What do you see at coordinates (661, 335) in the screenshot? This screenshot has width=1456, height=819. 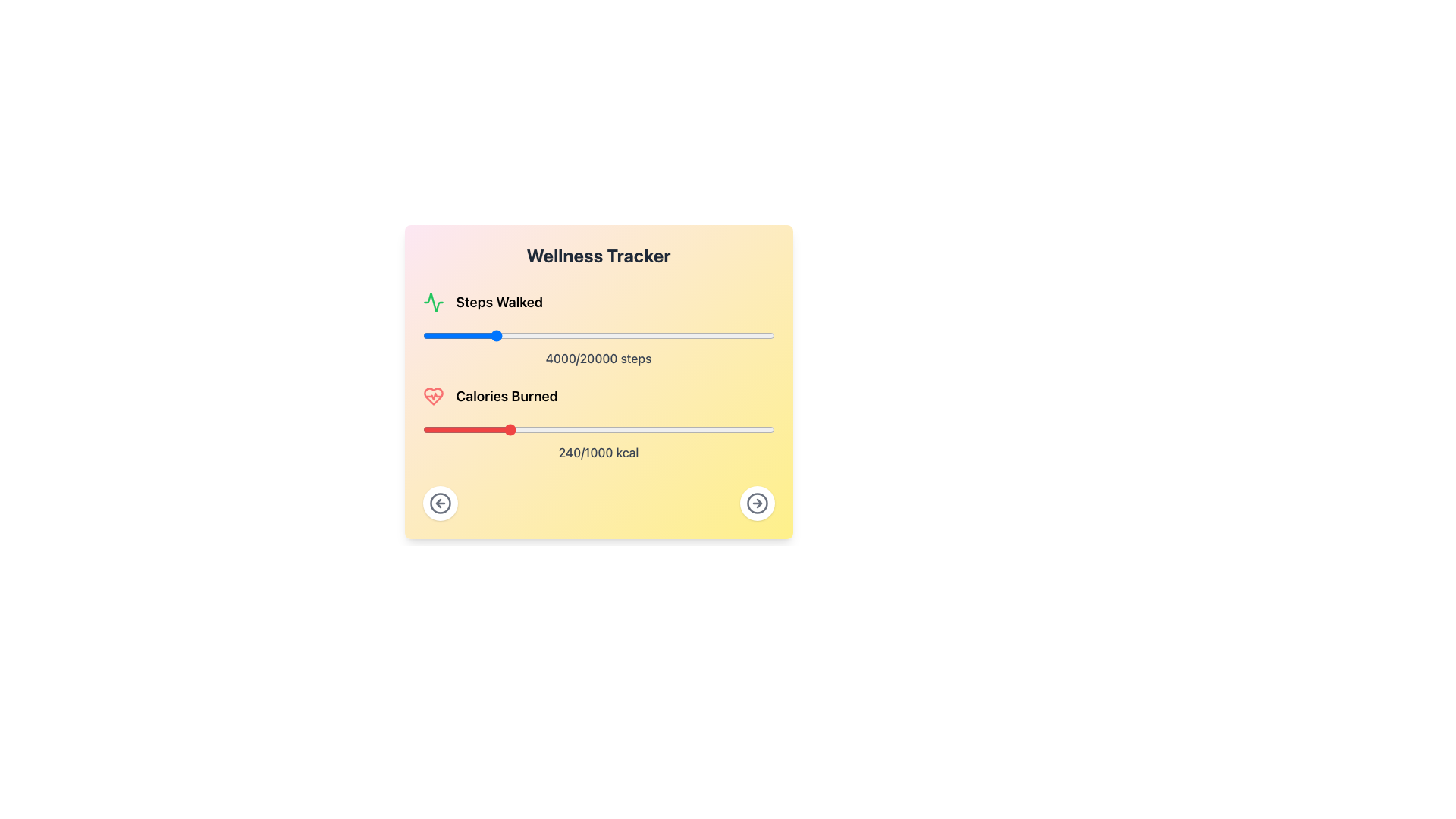 I see `the steps walked` at bounding box center [661, 335].